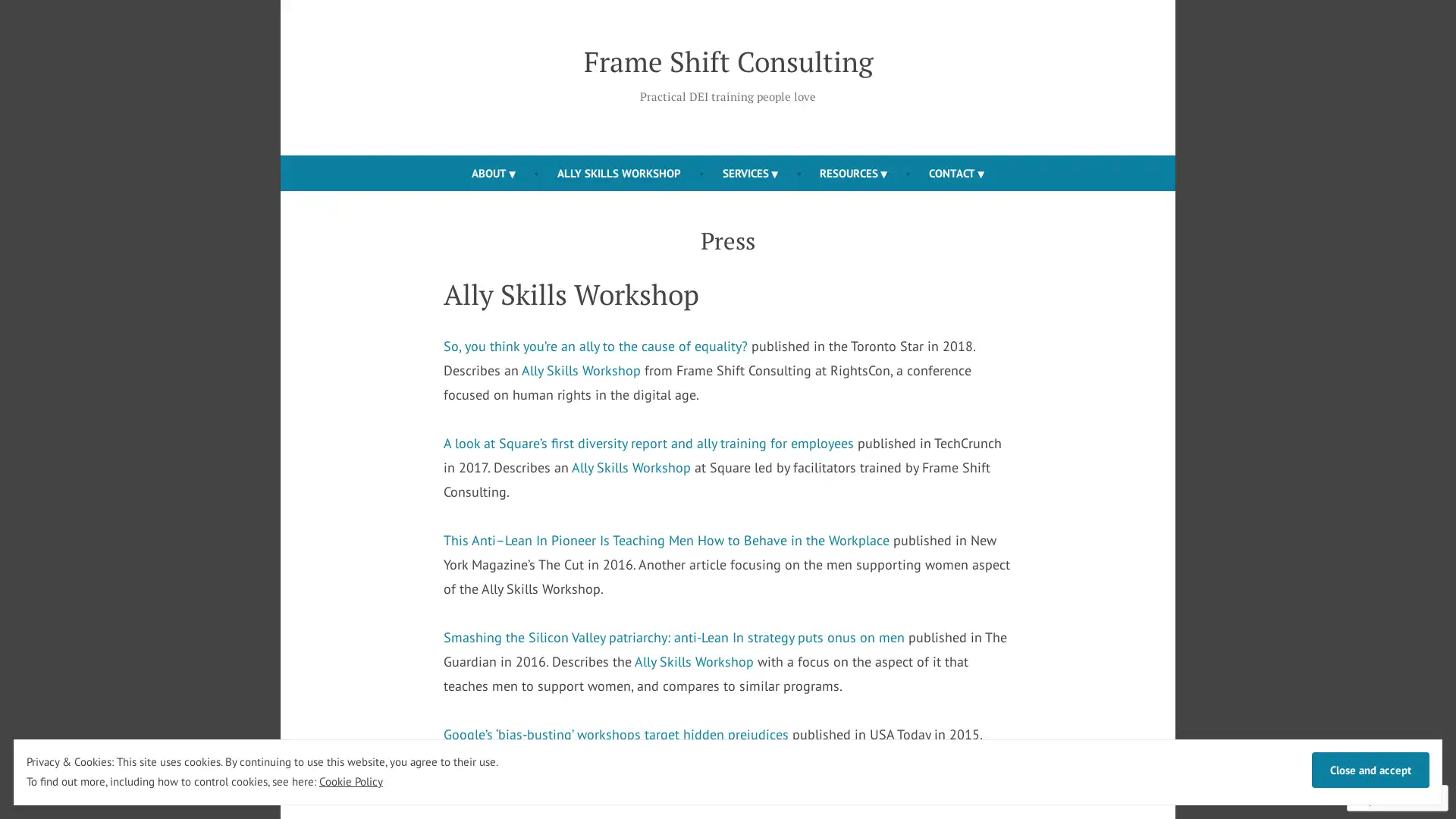  Describe the element at coordinates (1370, 769) in the screenshot. I see `Close and accept` at that location.